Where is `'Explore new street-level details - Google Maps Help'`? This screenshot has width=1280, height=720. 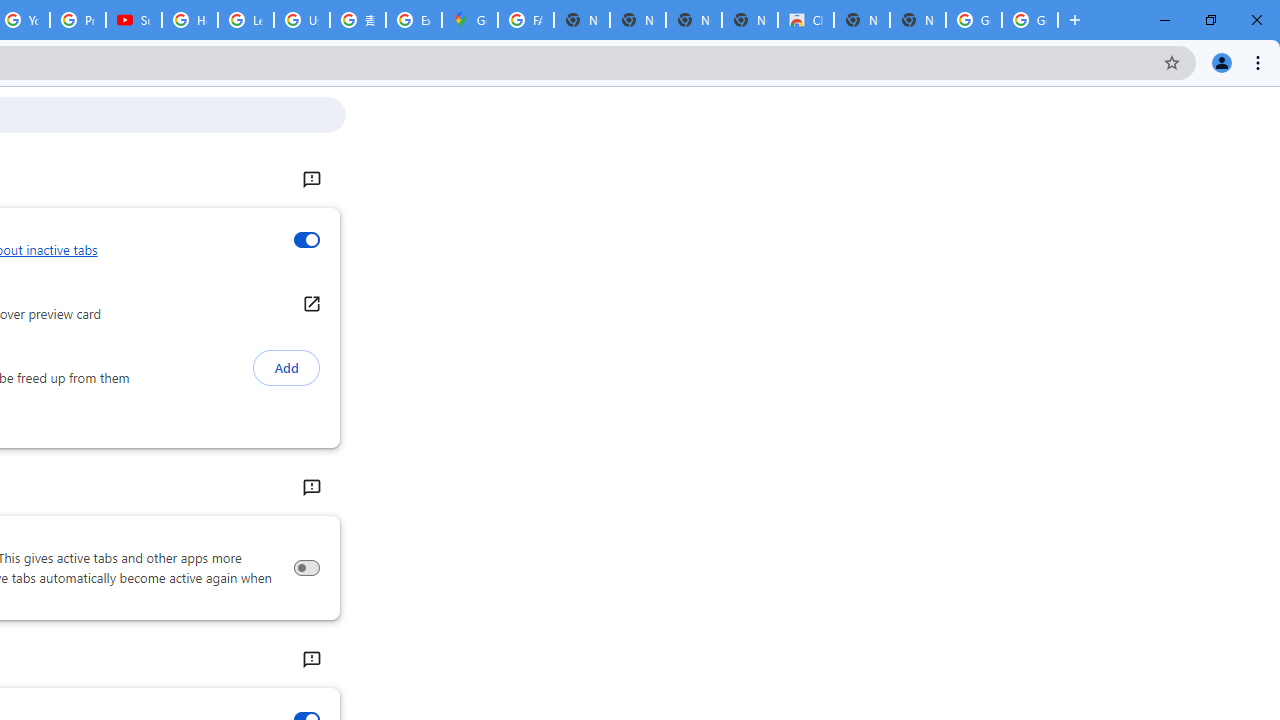 'Explore new street-level details - Google Maps Help' is located at coordinates (413, 20).